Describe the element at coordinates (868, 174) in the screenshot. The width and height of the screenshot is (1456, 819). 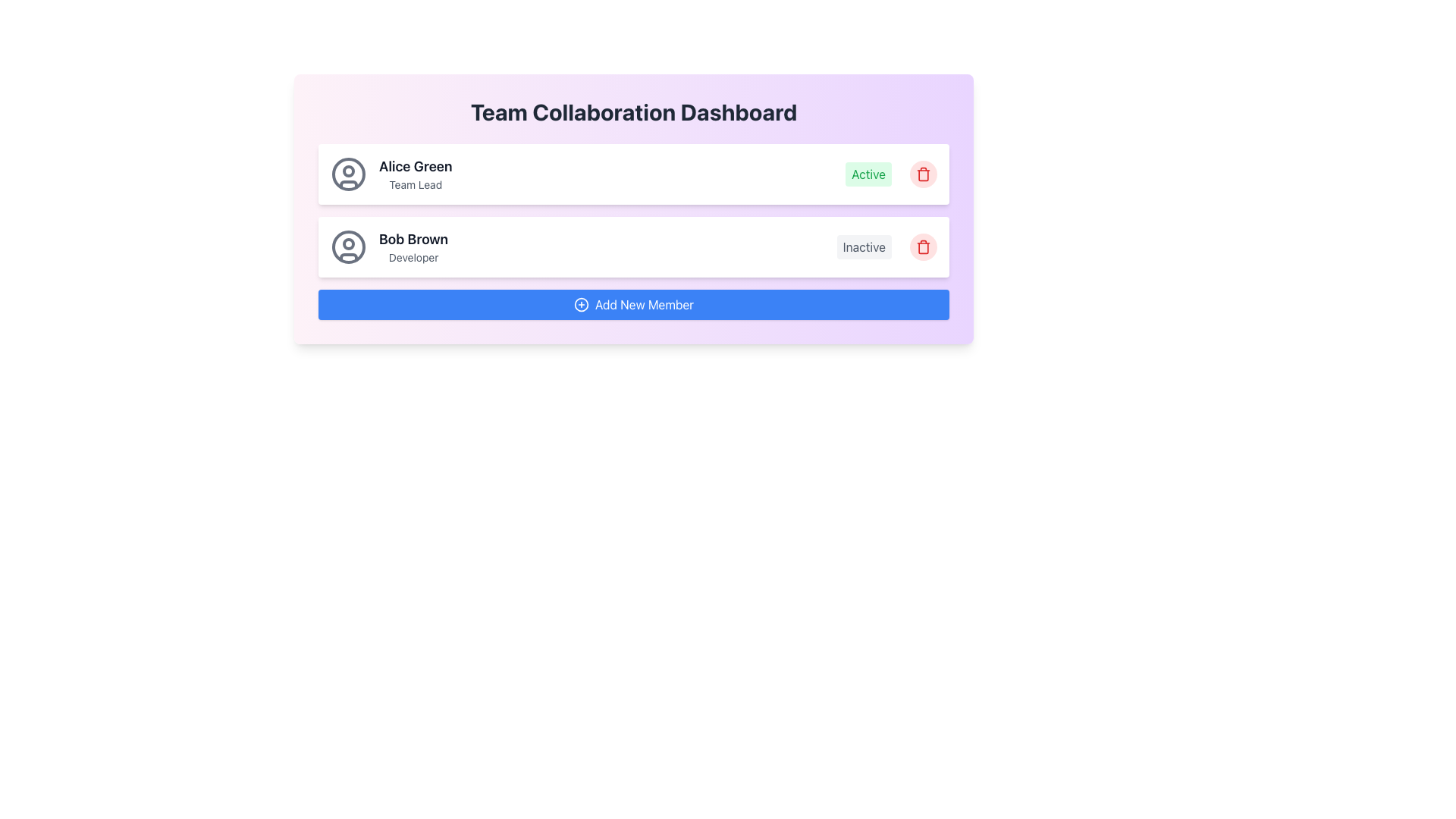
I see `the green text label displaying 'Active' next to the name 'Alice Green', who is a 'Team Lead', located in the top row of the dashboard interface` at that location.